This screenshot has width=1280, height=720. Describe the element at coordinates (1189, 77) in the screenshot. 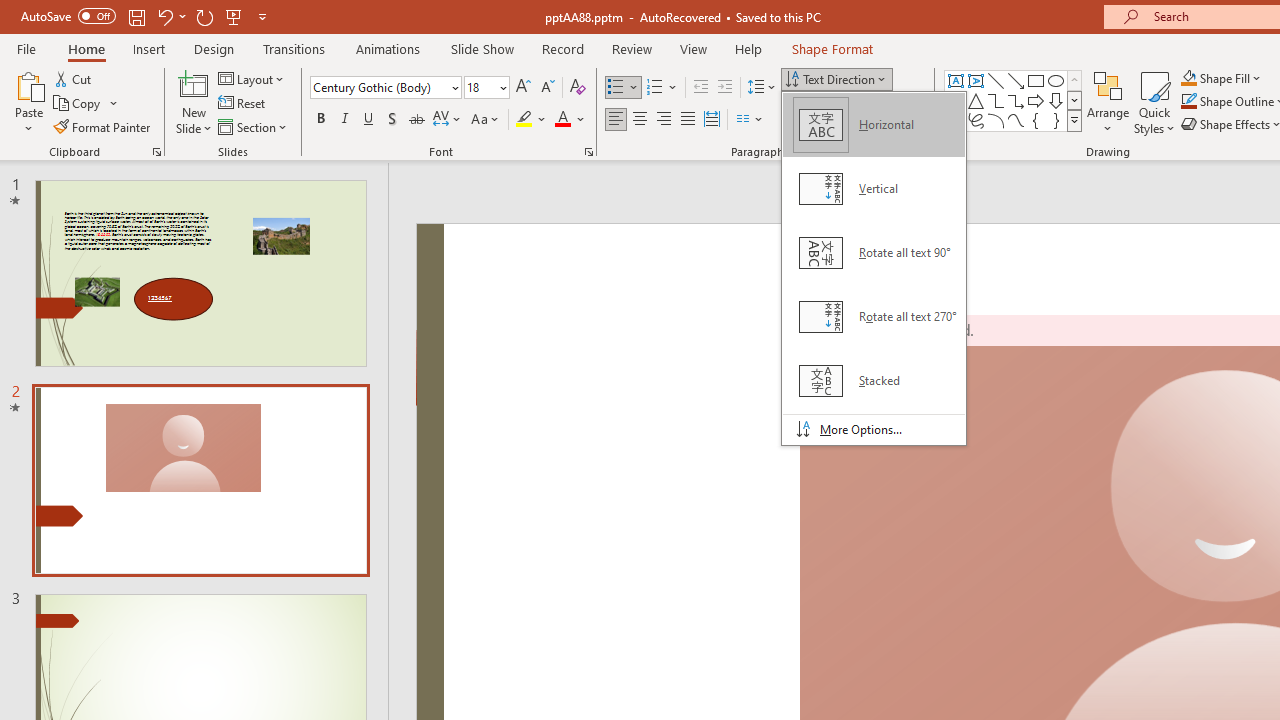

I see `'Shape Fill Aqua, Accent 2'` at that location.